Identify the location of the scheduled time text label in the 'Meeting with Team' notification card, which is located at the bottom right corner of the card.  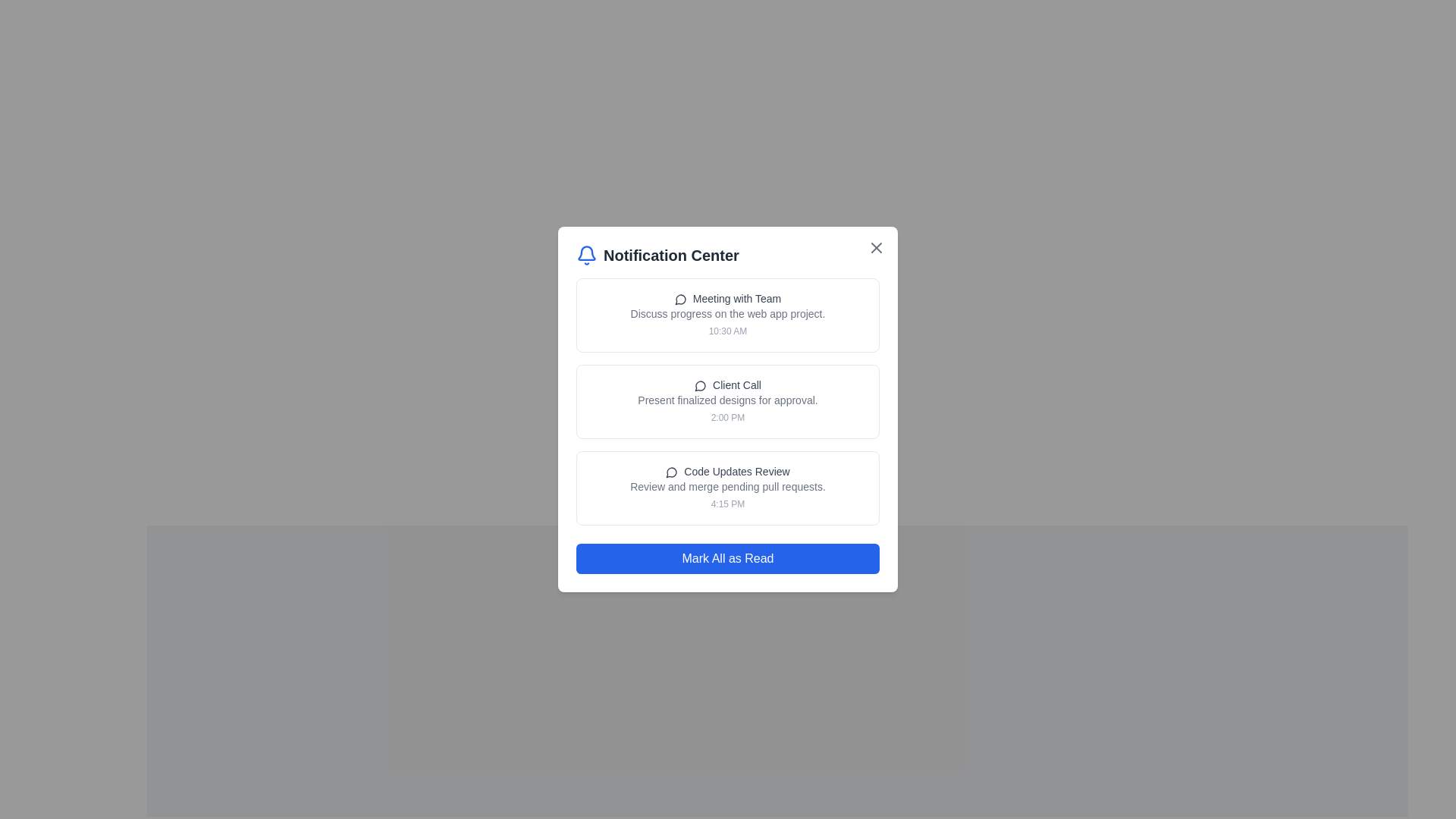
(728, 330).